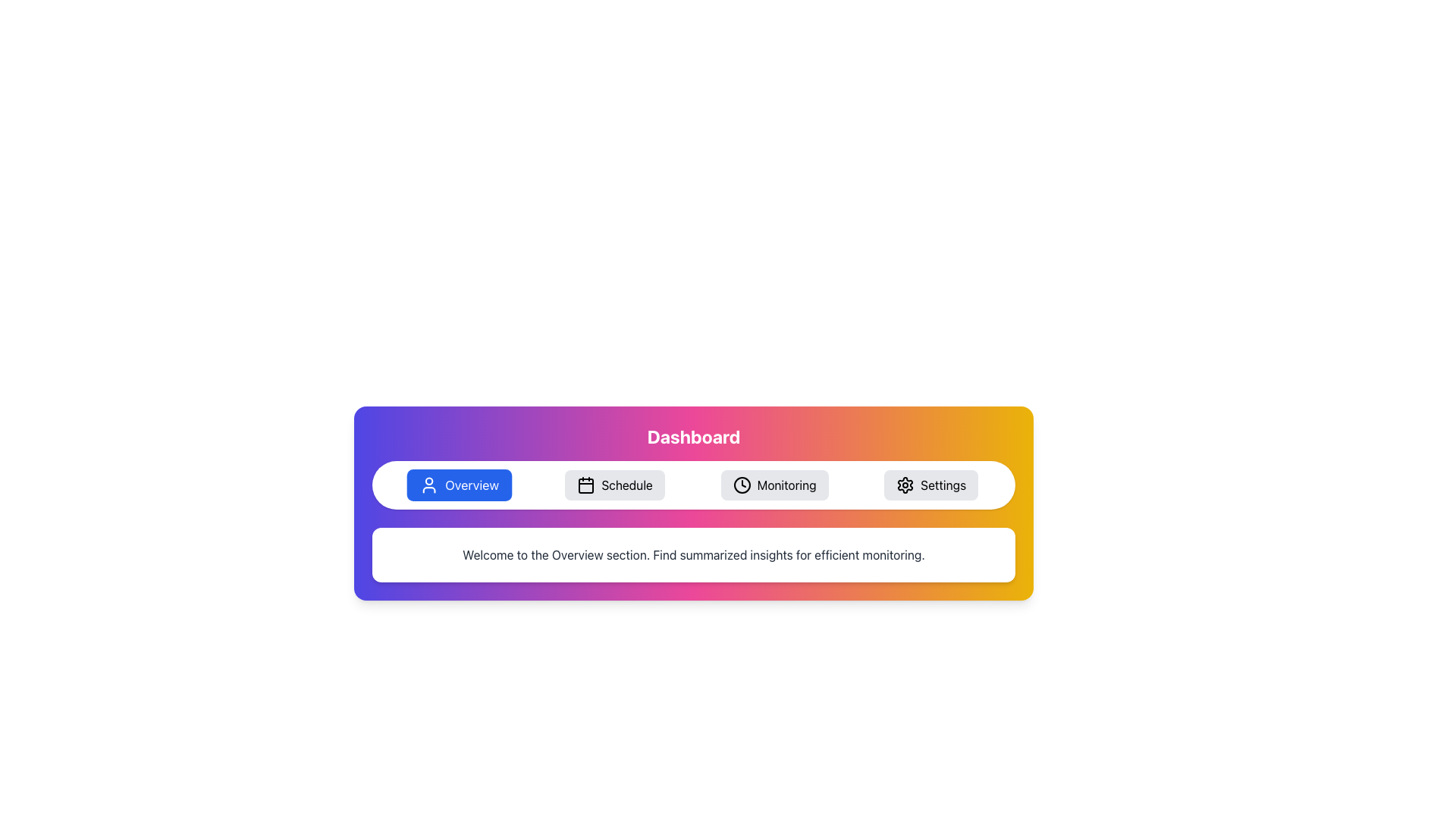  I want to click on the blue pill-shaped button labeled 'Overview' with a user icon on the left, so click(458, 485).